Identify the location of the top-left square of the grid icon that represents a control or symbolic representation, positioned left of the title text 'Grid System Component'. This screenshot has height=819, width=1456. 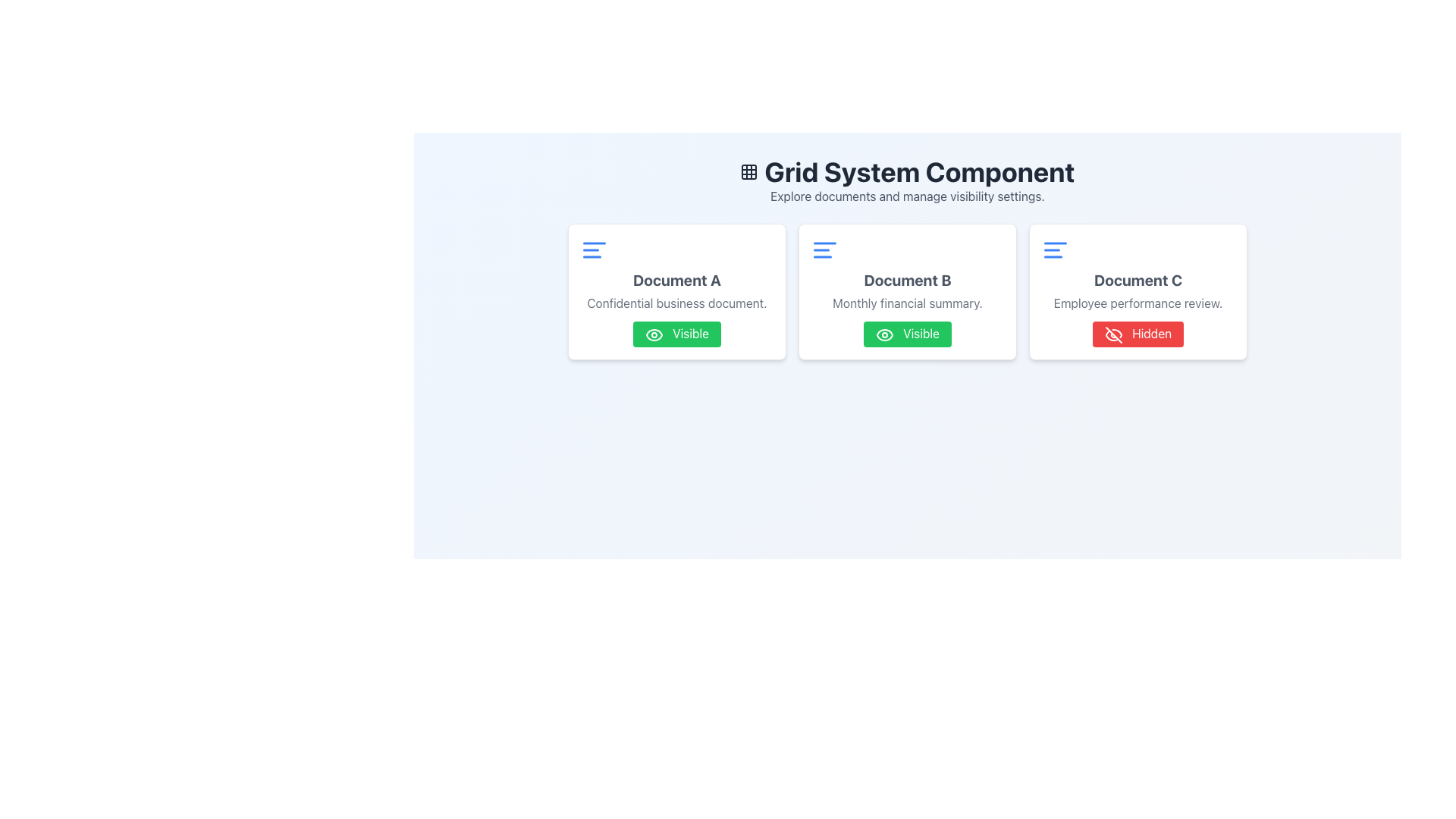
(749, 171).